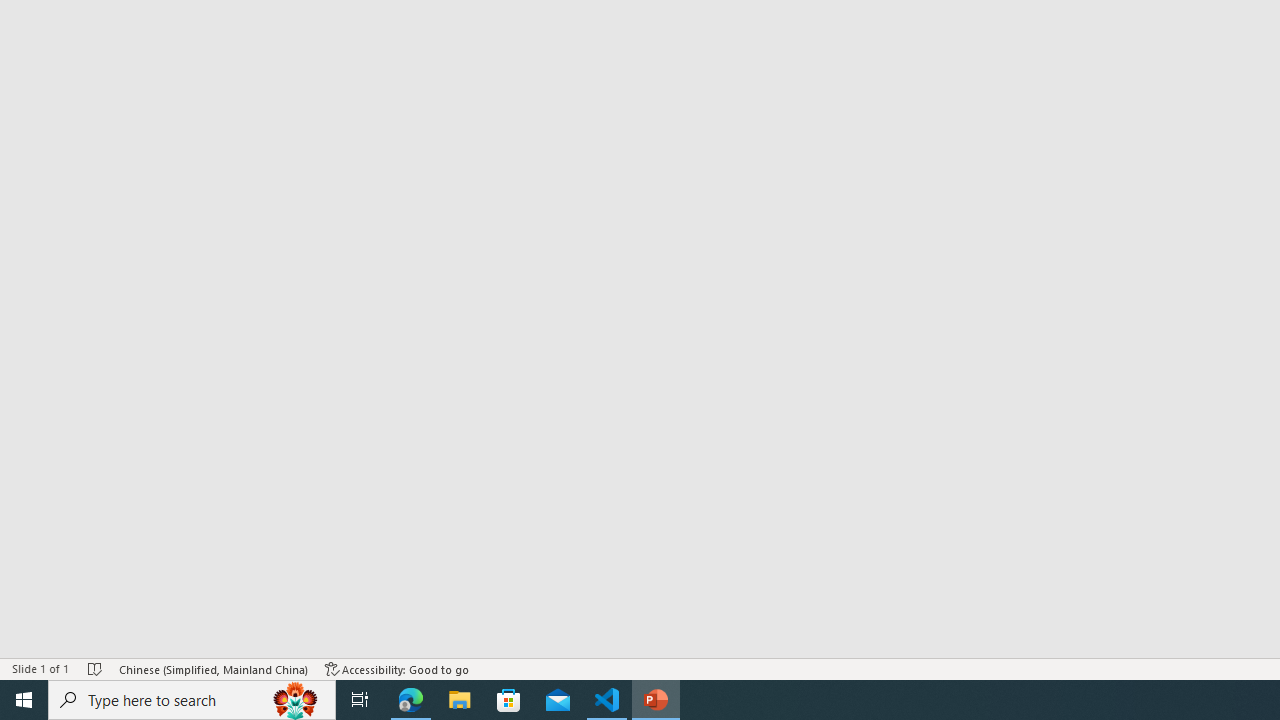 This screenshot has height=720, width=1280. I want to click on 'Accessibility Checker Accessibility: Good to go', so click(397, 669).